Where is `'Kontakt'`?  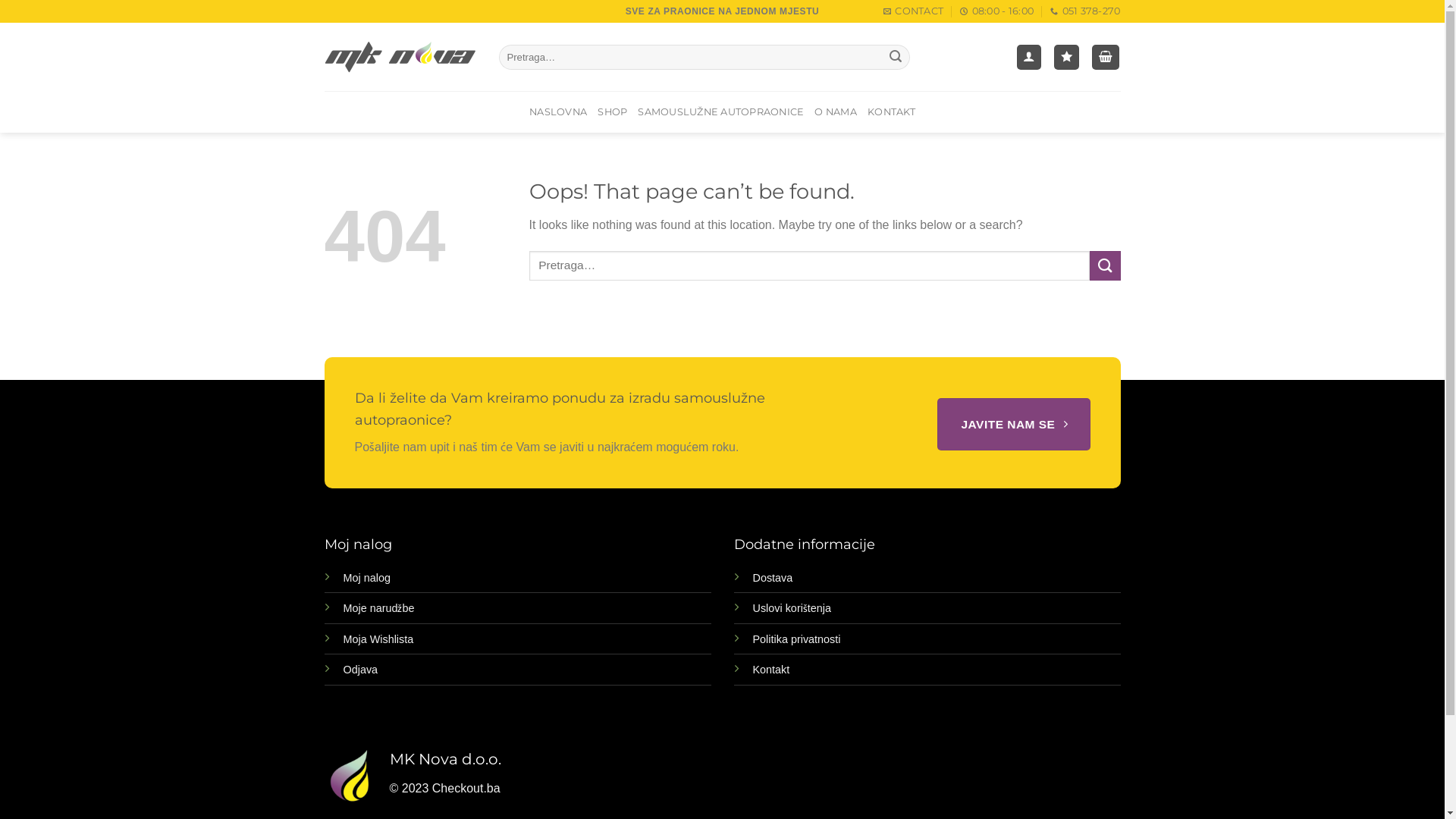 'Kontakt' is located at coordinates (770, 669).